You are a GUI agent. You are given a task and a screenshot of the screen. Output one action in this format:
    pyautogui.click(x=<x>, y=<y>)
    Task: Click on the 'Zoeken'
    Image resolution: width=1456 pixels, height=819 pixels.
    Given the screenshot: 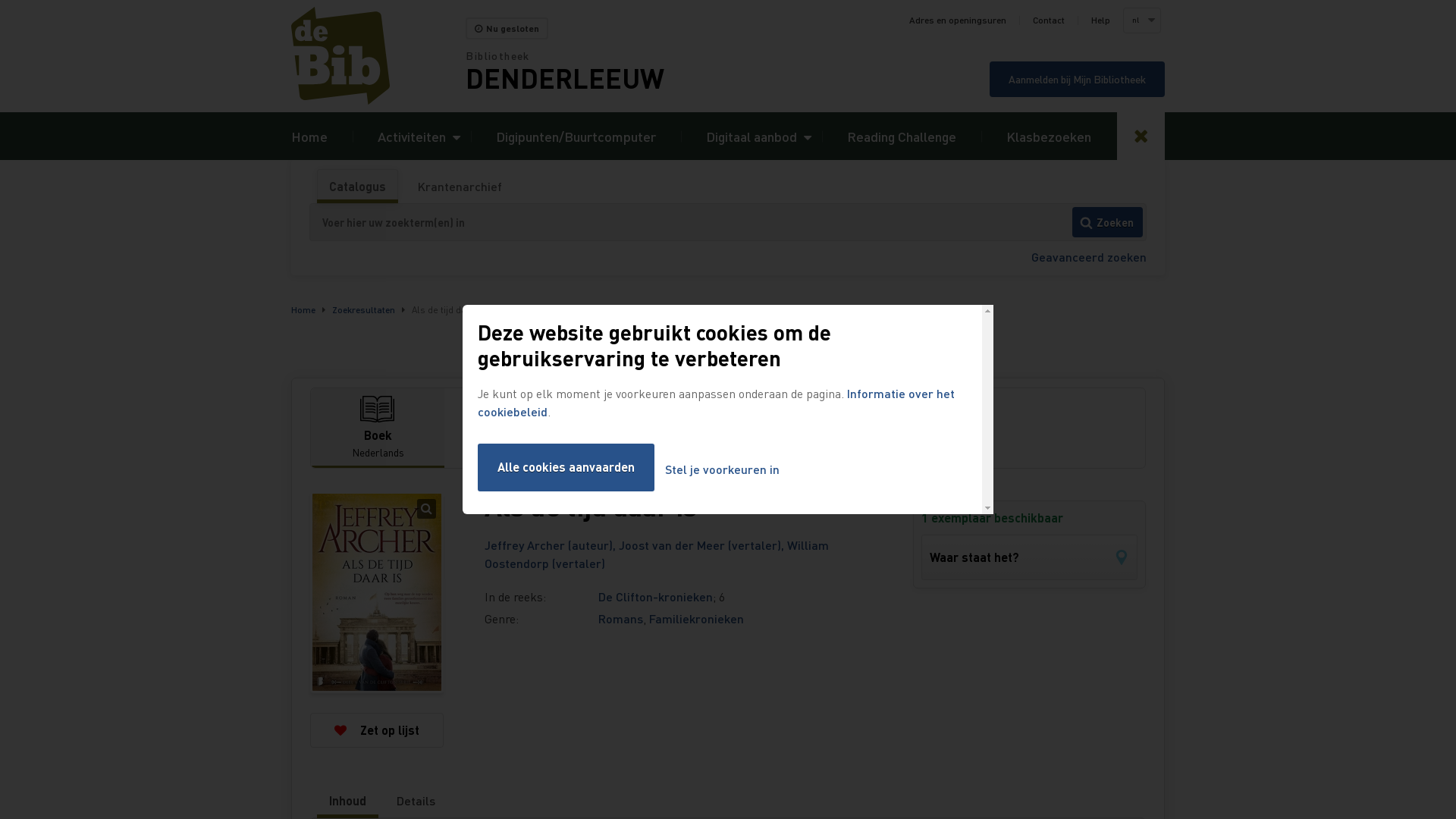 What is the action you would take?
    pyautogui.click(x=1107, y=222)
    